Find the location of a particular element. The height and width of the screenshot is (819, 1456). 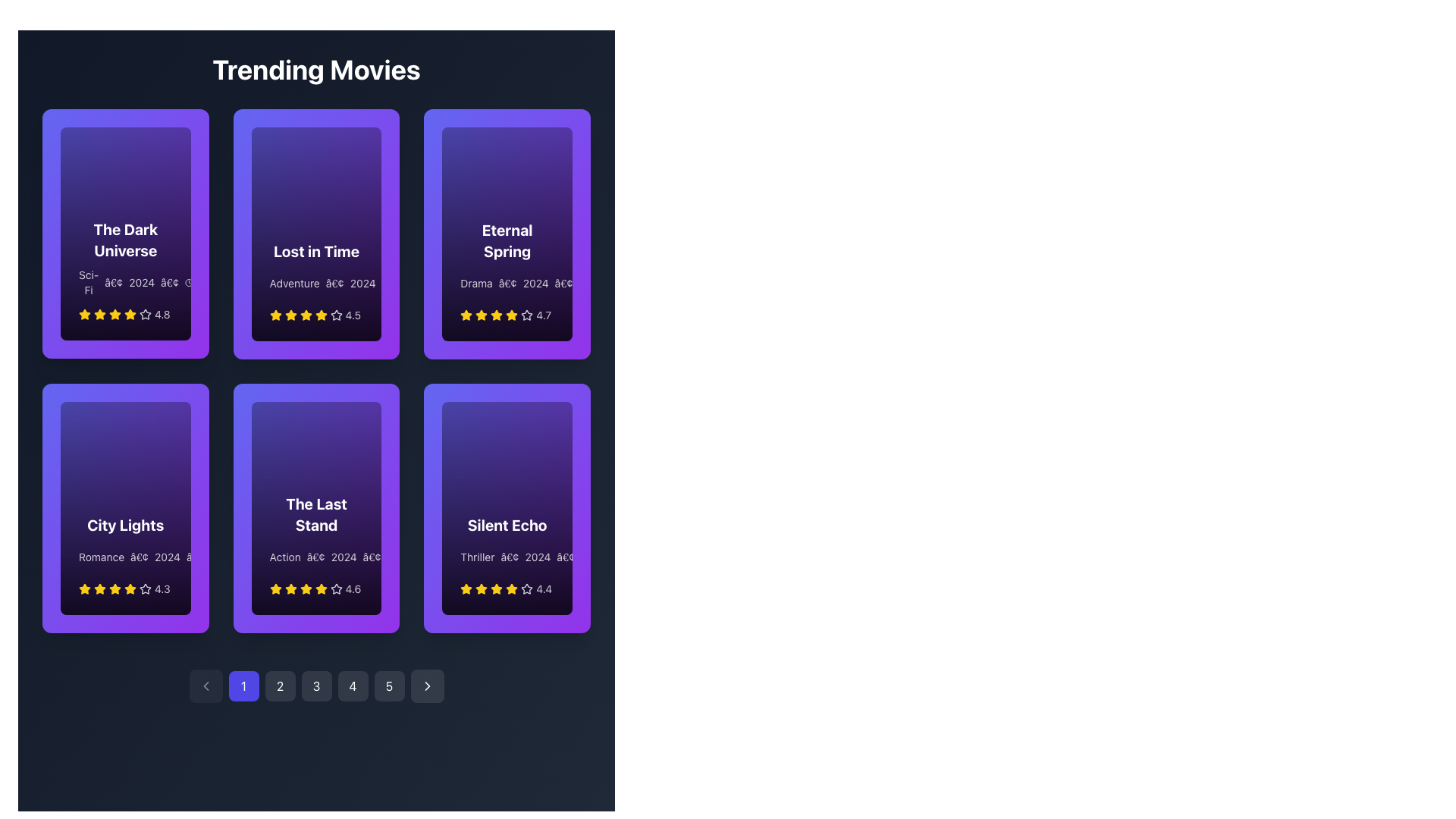

the play icon in the upper-right area of the 'The Dark Universe' interactive card is located at coordinates (183, 140).